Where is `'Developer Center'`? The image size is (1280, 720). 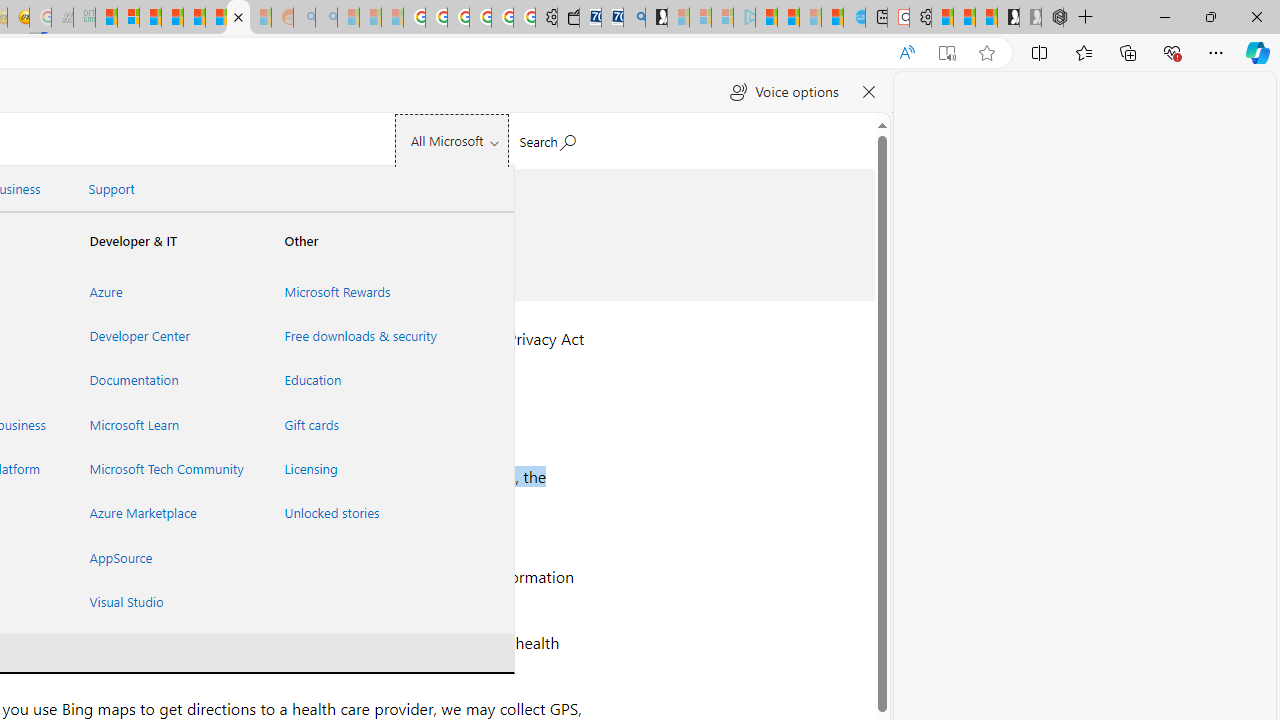
'Developer Center' is located at coordinates (163, 335).